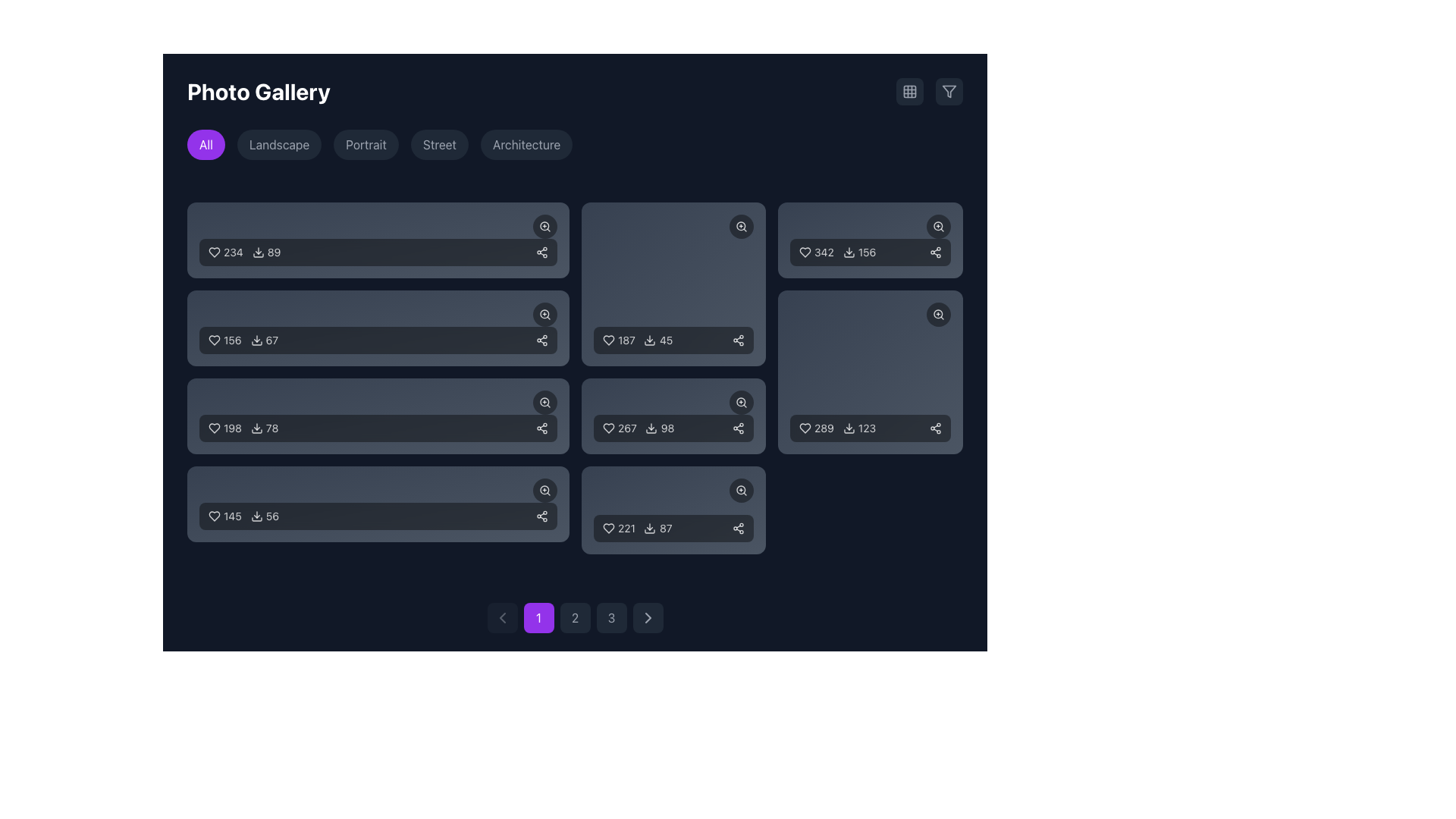 The image size is (1456, 819). What do you see at coordinates (231, 339) in the screenshot?
I see `the static text display showing the numerical value '156' associated with the heart icon in the second card of the left column` at bounding box center [231, 339].